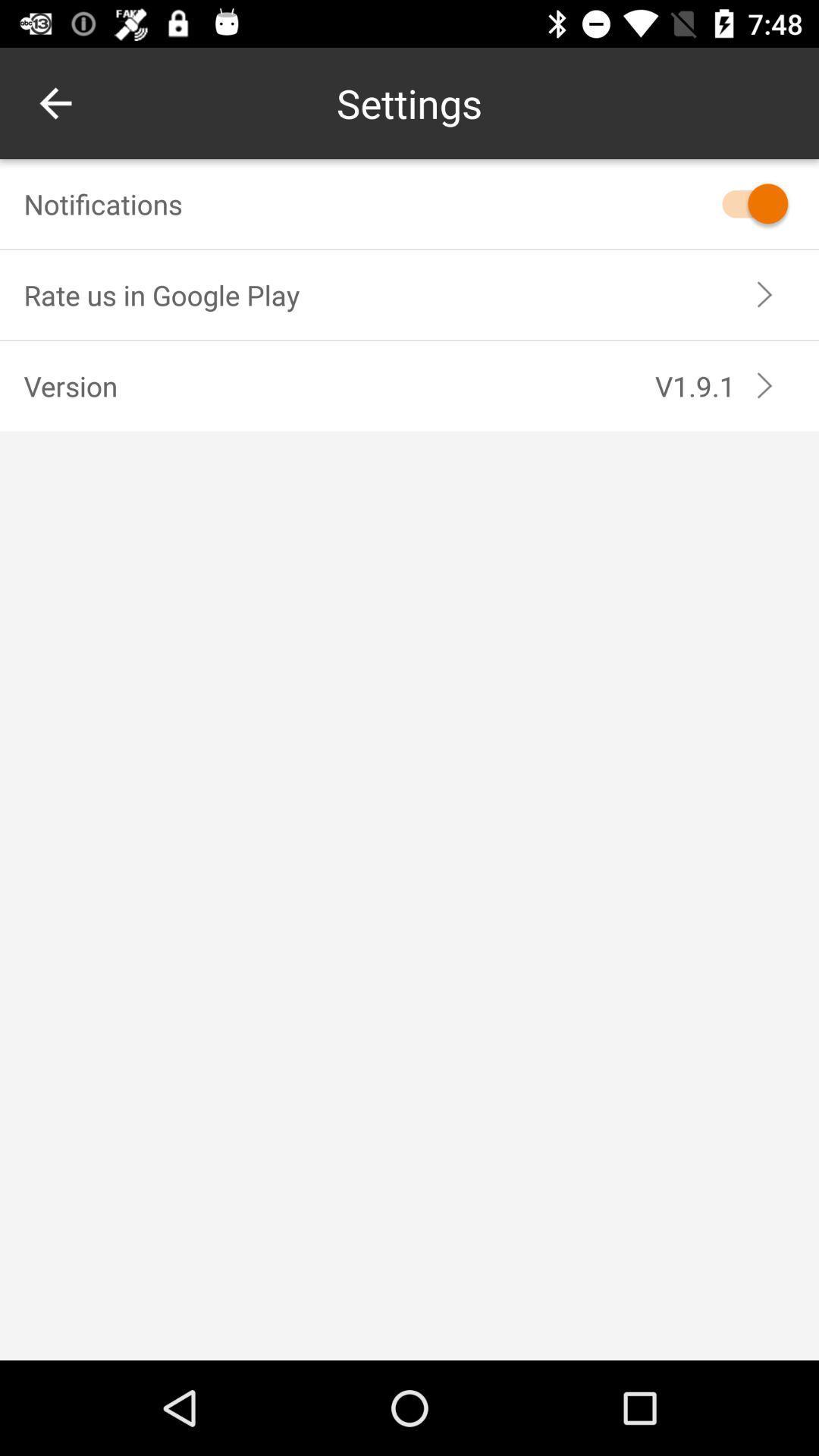  What do you see at coordinates (55, 102) in the screenshot?
I see `the item at the top left corner` at bounding box center [55, 102].